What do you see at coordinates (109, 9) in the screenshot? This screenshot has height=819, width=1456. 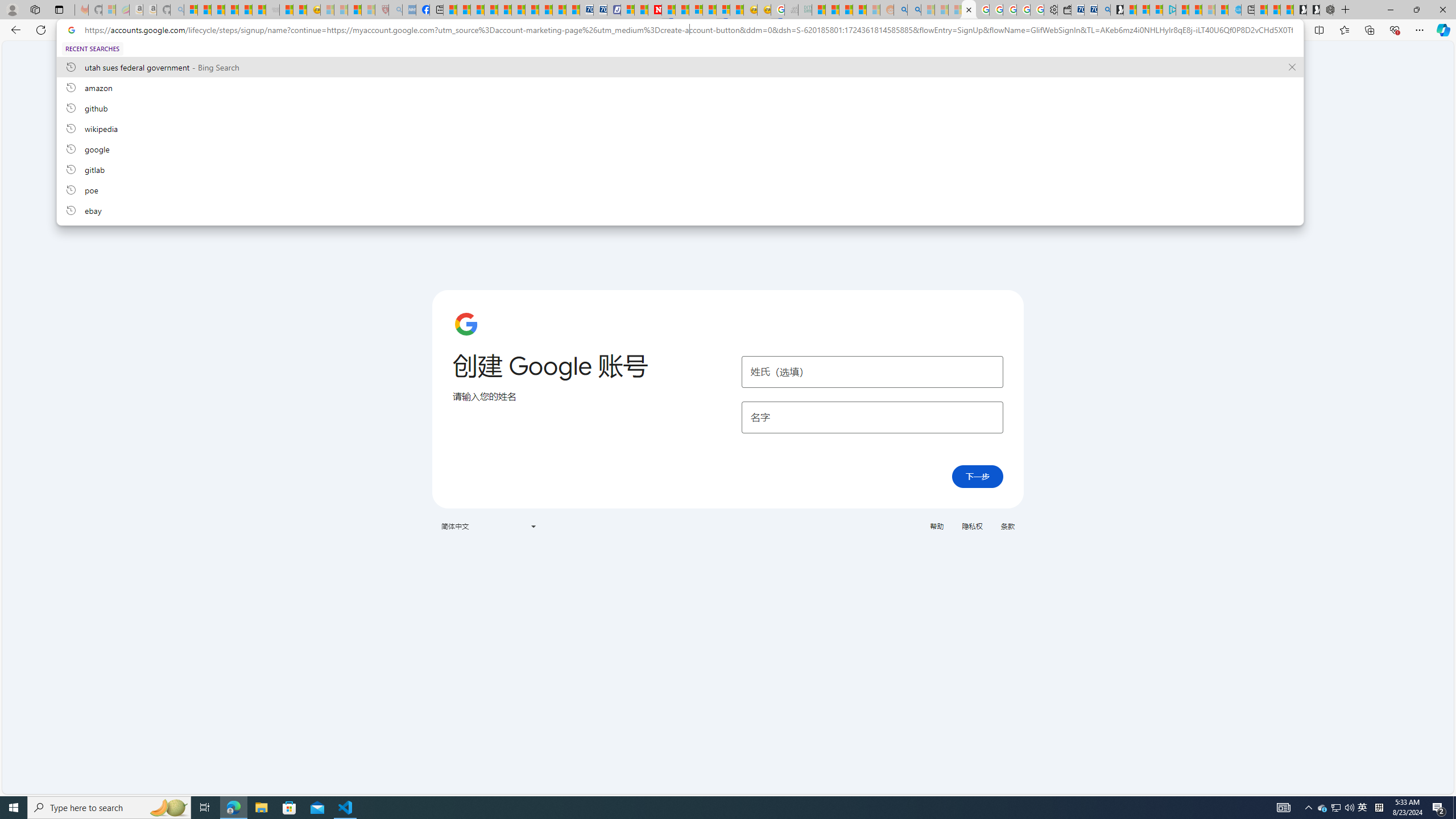 I see `'Microsoft-Report a Concern to Bing - Sleeping'` at bounding box center [109, 9].